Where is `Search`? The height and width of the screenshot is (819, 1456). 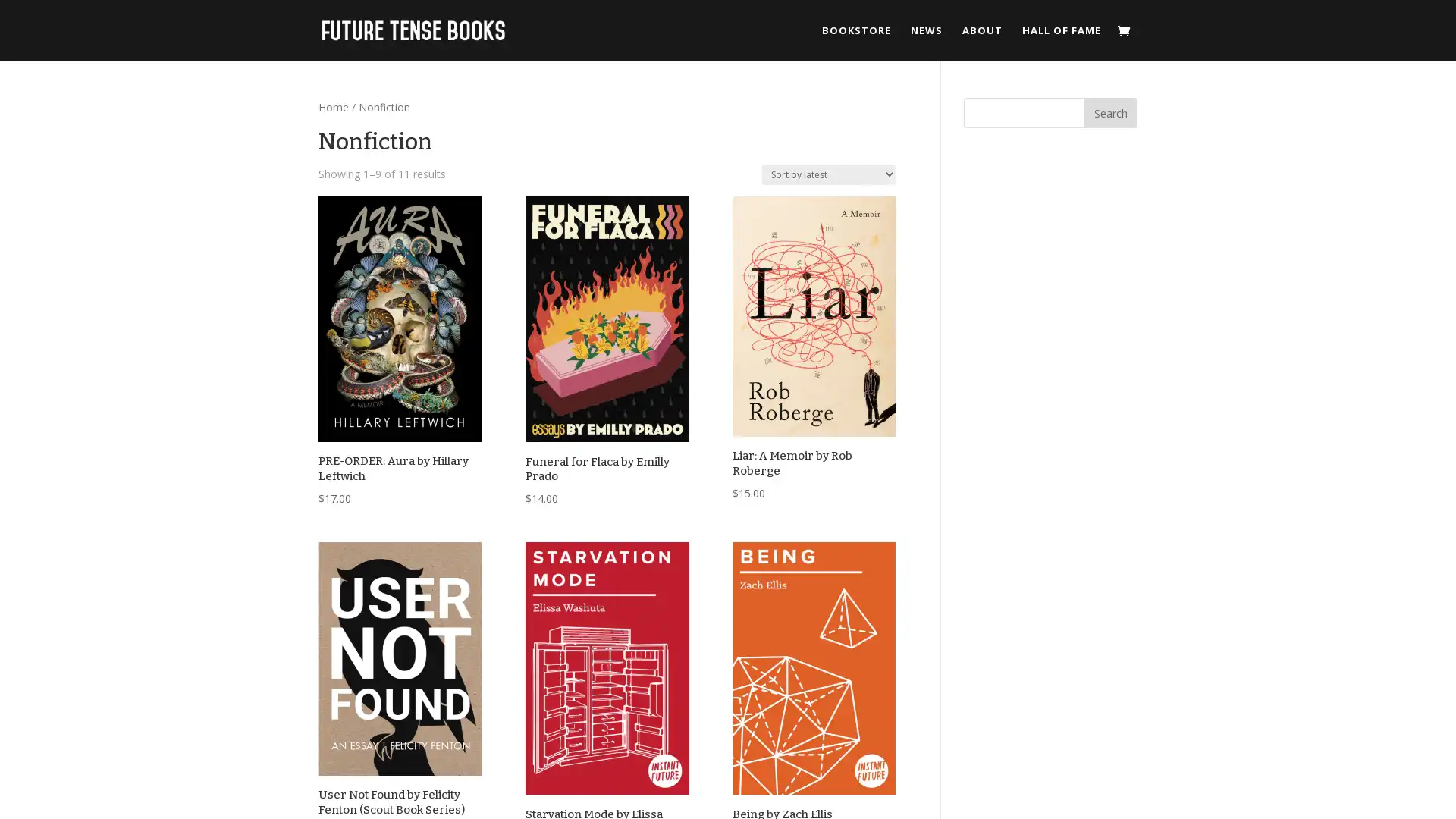
Search is located at coordinates (1110, 112).